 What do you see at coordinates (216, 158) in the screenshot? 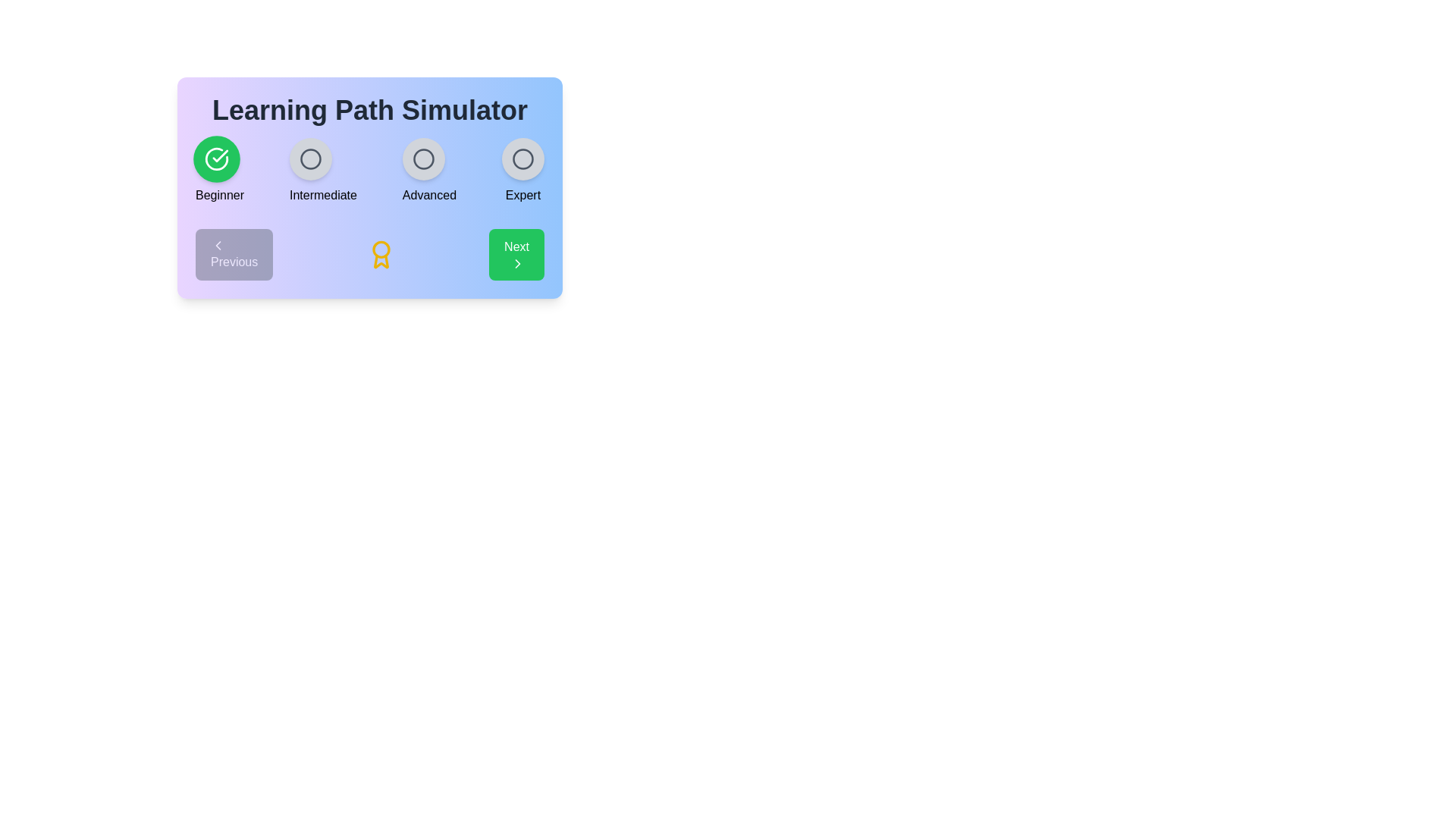
I see `the circular icon graphic that indicates the selection of the 'Beginner' option in the top-left region of the user interface` at bounding box center [216, 158].